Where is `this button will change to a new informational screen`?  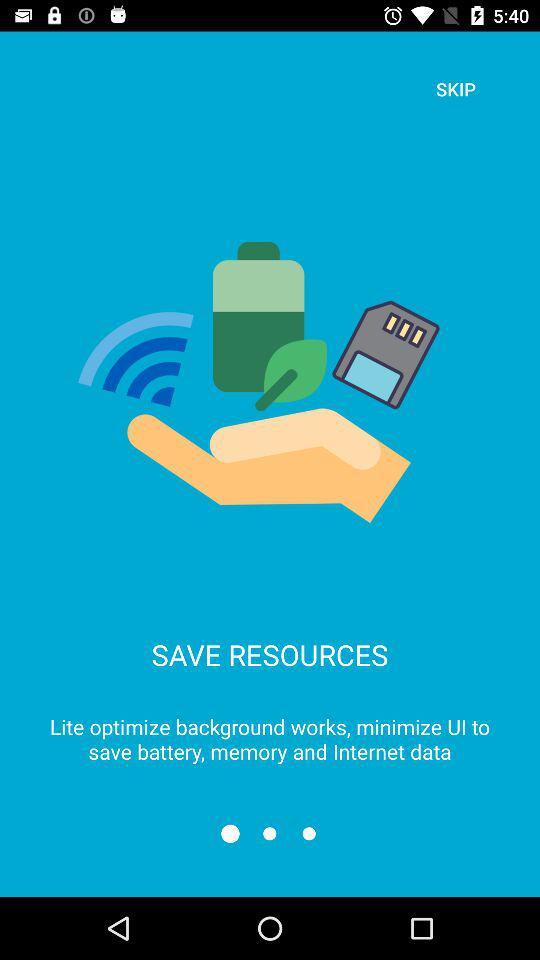
this button will change to a new informational screen is located at coordinates (269, 833).